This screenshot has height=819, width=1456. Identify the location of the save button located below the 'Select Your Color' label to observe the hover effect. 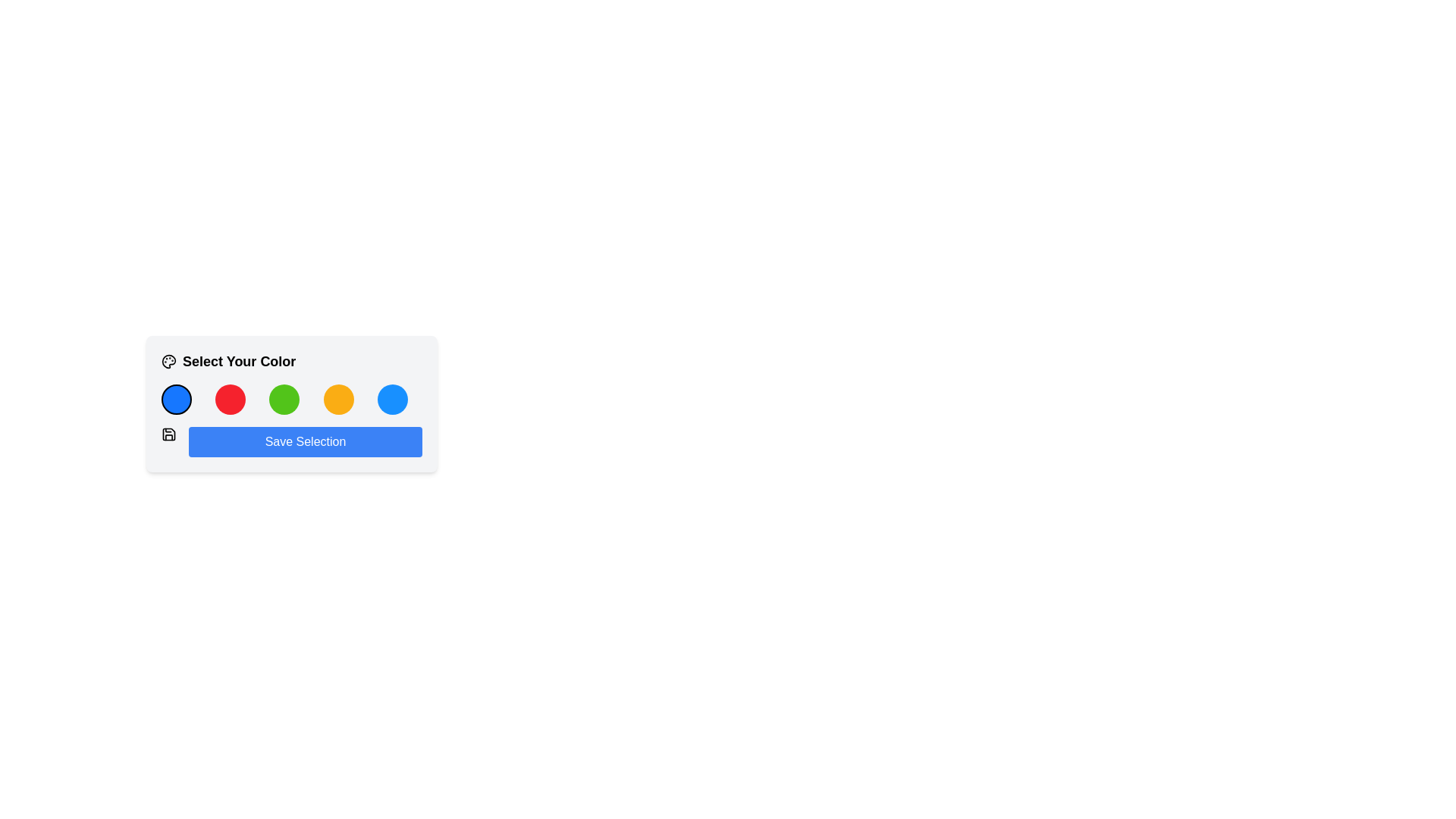
(305, 441).